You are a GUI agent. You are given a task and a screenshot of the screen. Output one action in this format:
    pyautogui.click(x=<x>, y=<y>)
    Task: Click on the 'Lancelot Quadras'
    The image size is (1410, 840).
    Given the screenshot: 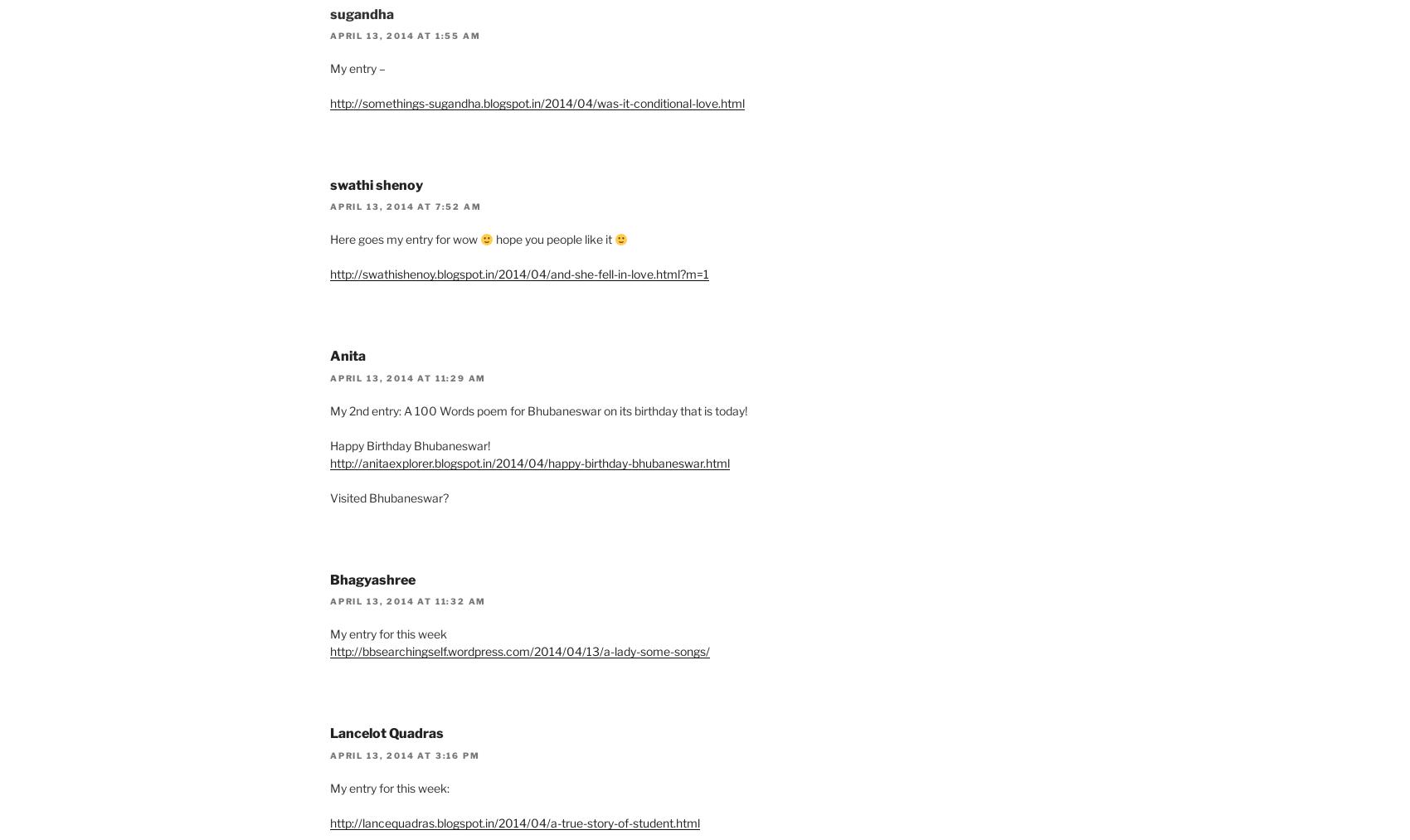 What is the action you would take?
    pyautogui.click(x=387, y=732)
    